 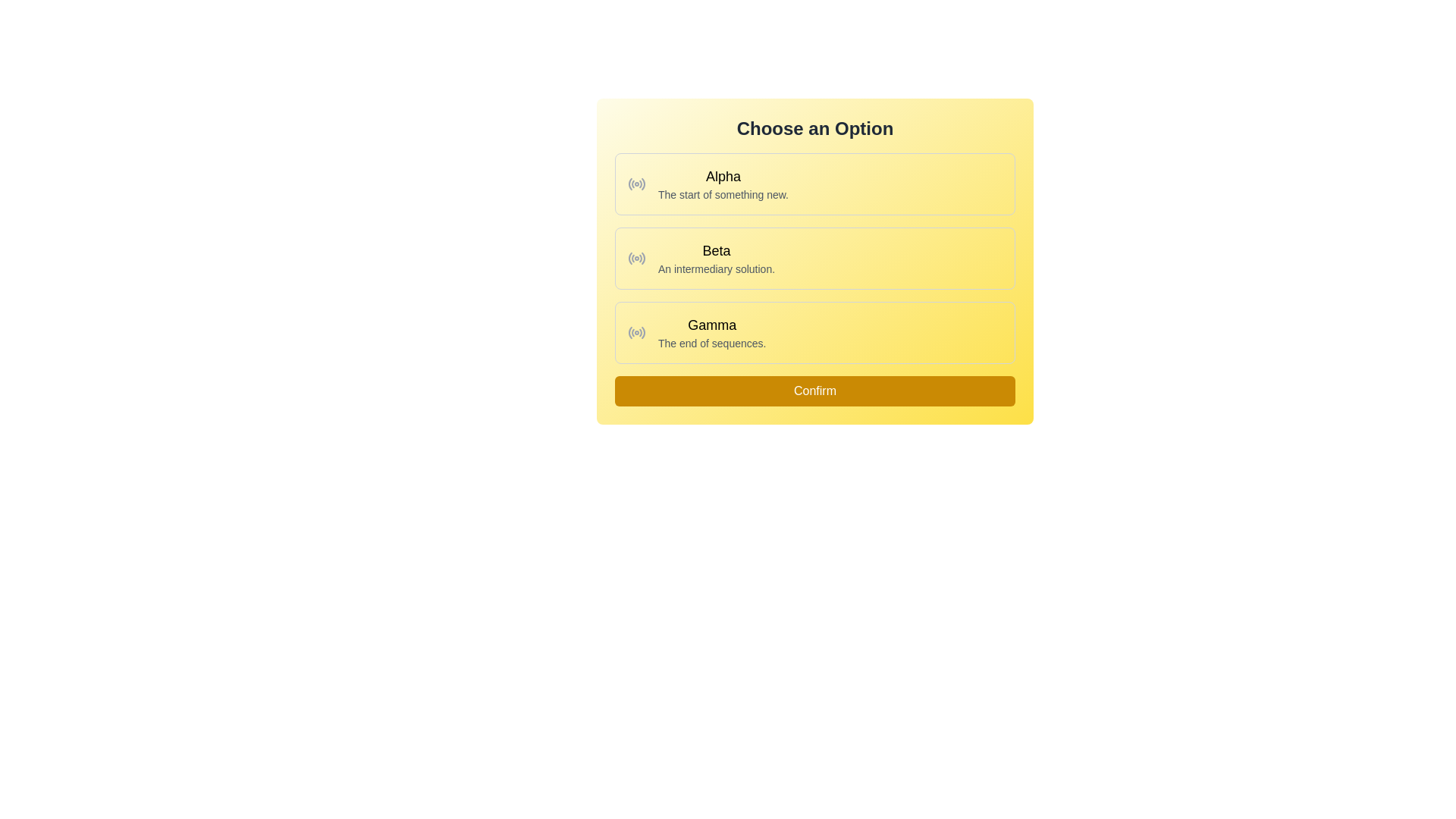 I want to click on the 'Beta' radio option, so click(x=814, y=257).